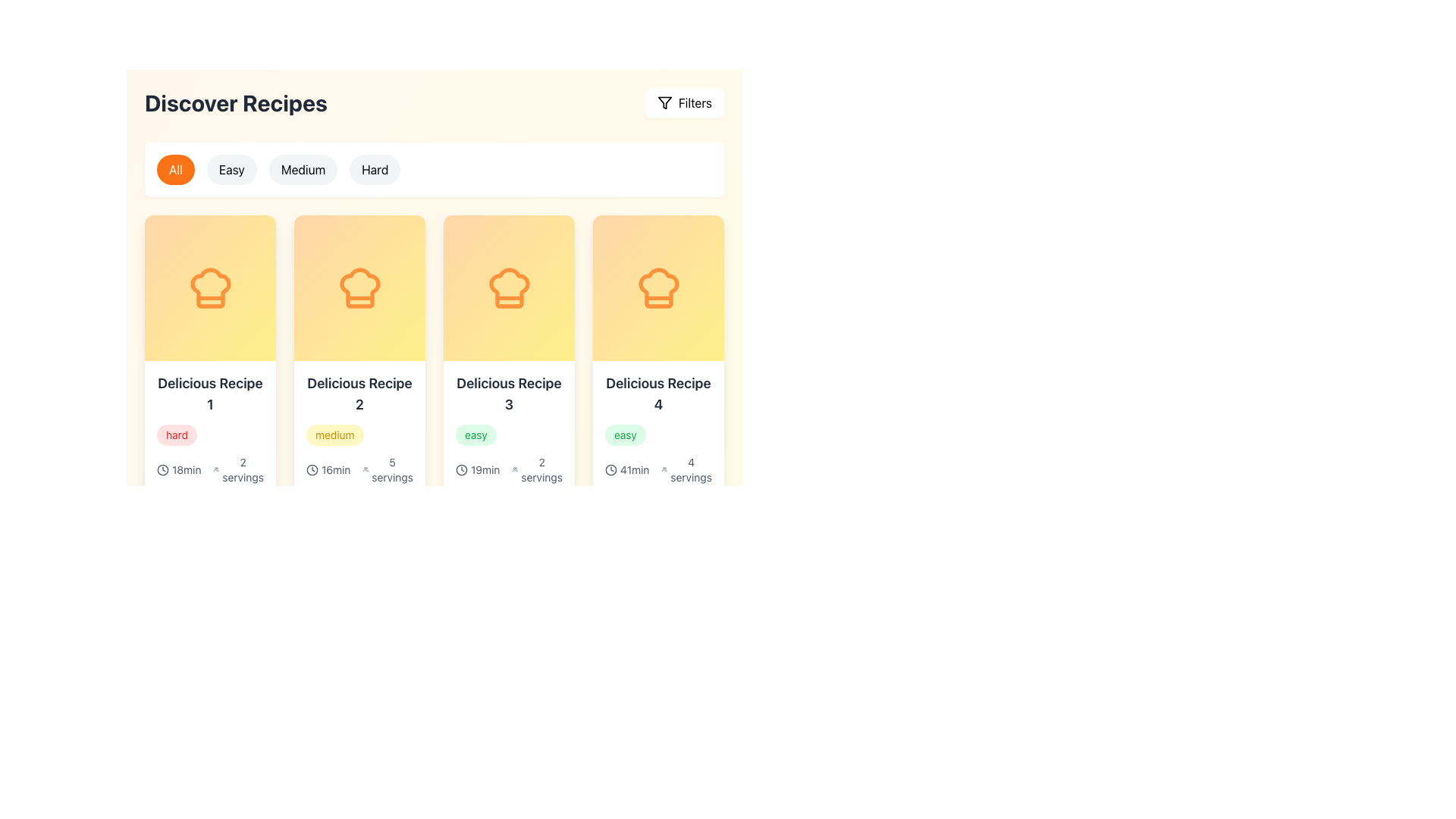 Image resolution: width=1456 pixels, height=819 pixels. Describe the element at coordinates (163, 469) in the screenshot. I see `the decorative clock icon located at the bottom-left section of the first recipe card titled 'Delicious Recipe 1', positioned just before the text '18min'` at that location.